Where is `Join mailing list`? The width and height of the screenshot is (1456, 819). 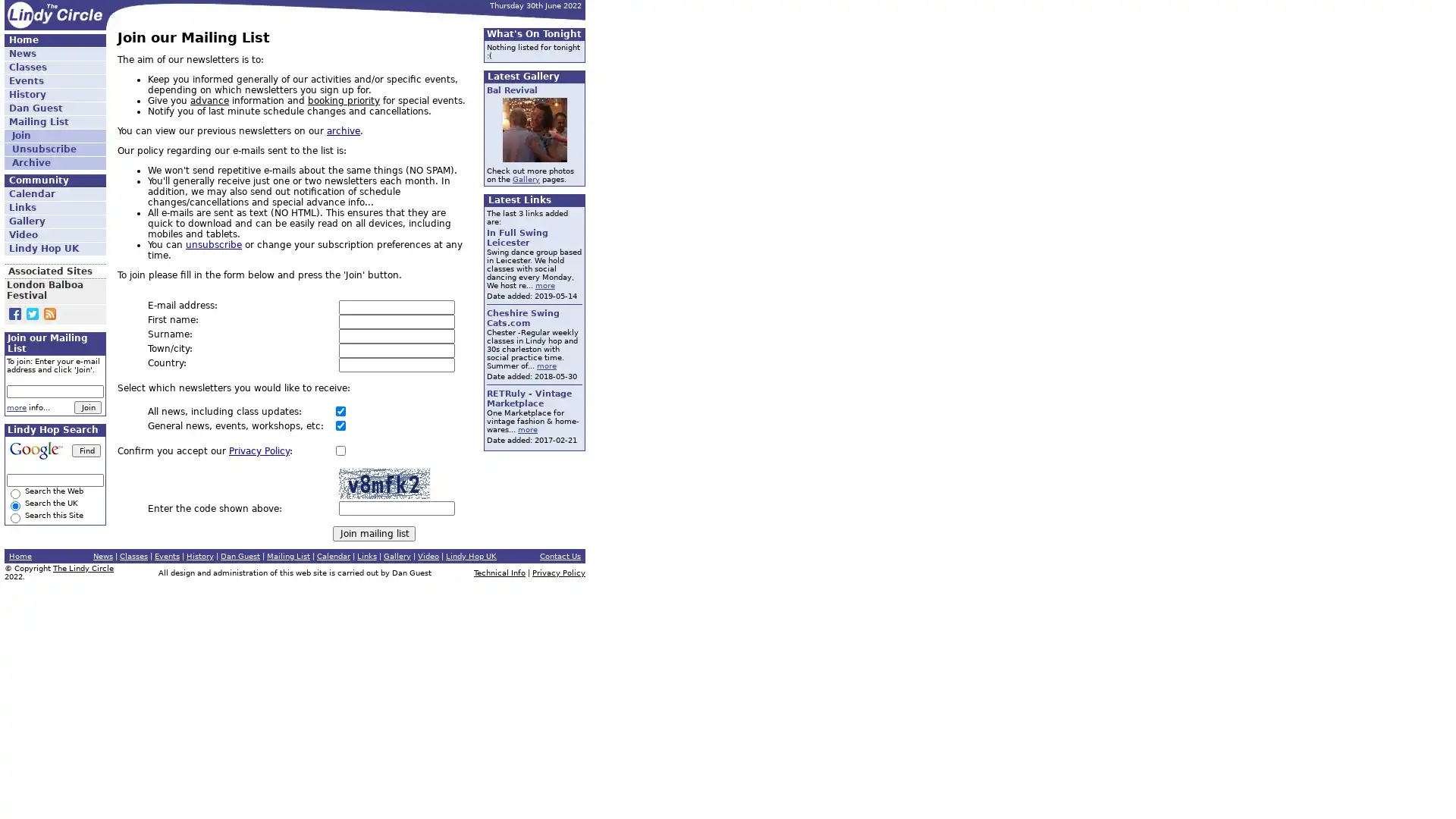 Join mailing list is located at coordinates (374, 533).